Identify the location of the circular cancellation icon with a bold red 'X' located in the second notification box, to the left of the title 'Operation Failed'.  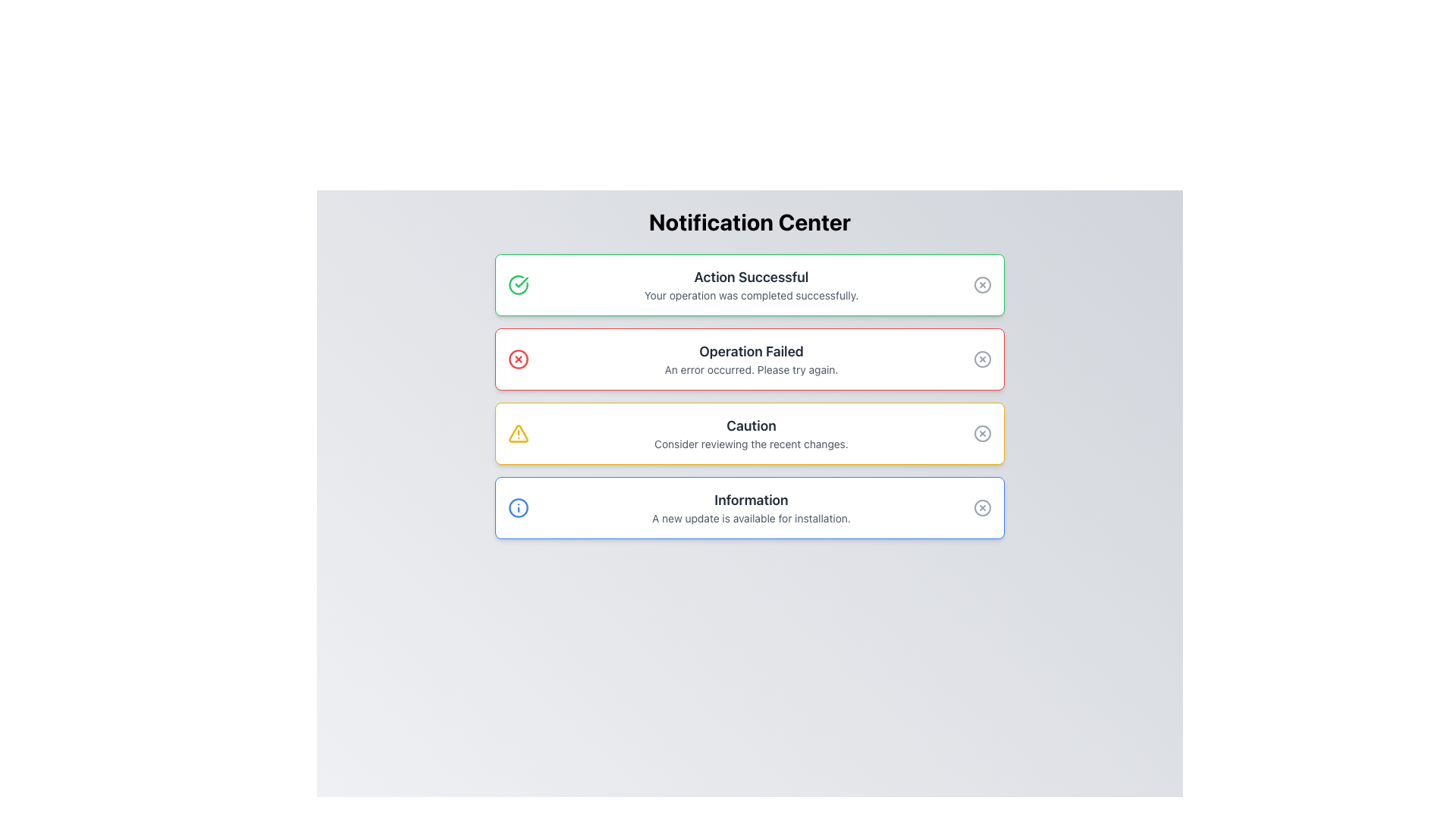
(519, 359).